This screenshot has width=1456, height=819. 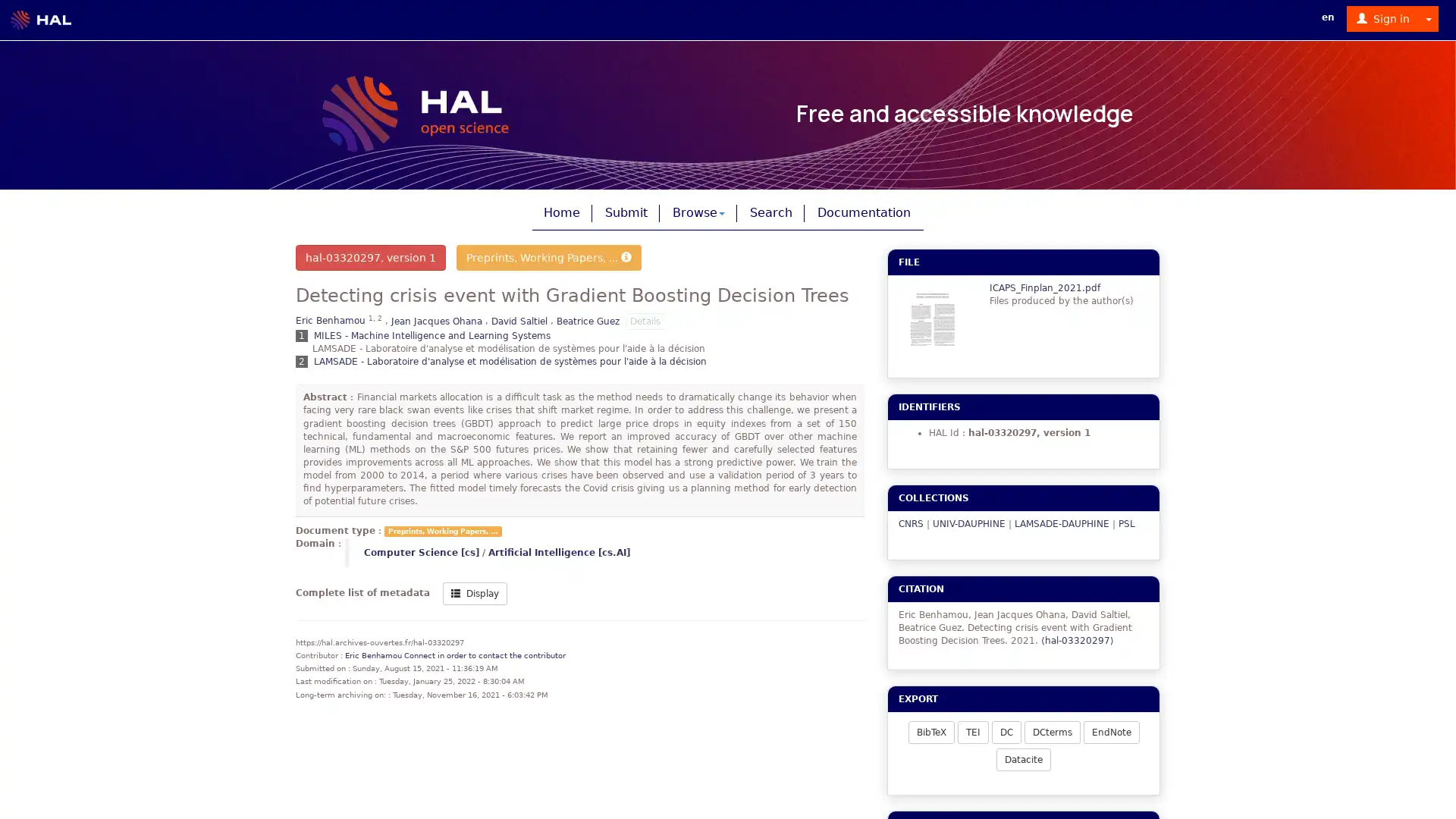 I want to click on DCterms, so click(x=1051, y=730).